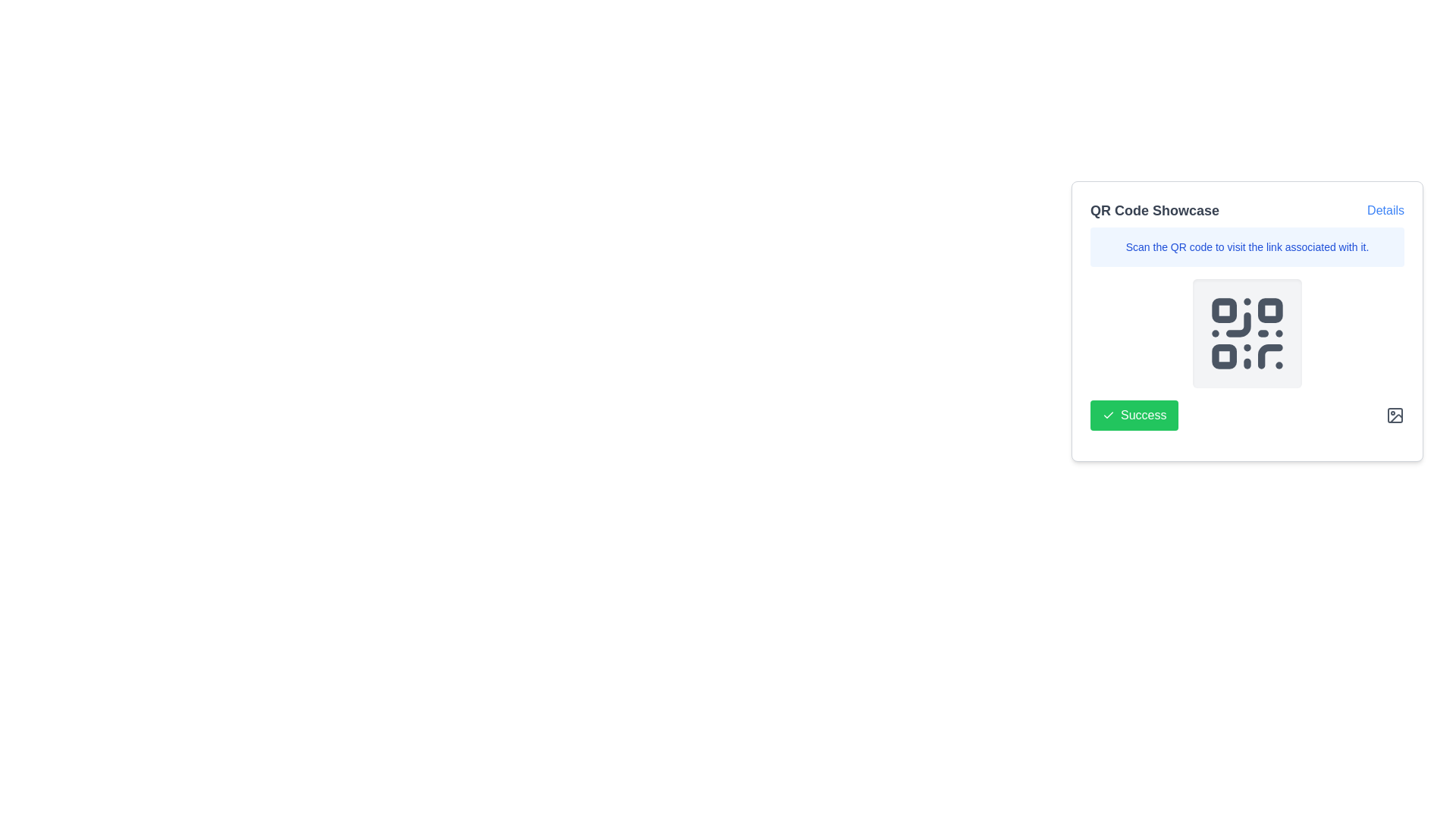 The image size is (1456, 819). What do you see at coordinates (1224, 356) in the screenshot?
I see `the third small square in the bottom-left corner of the QR code SVG graphic, which is a decorative graphical element contributing to the QR code's design` at bounding box center [1224, 356].